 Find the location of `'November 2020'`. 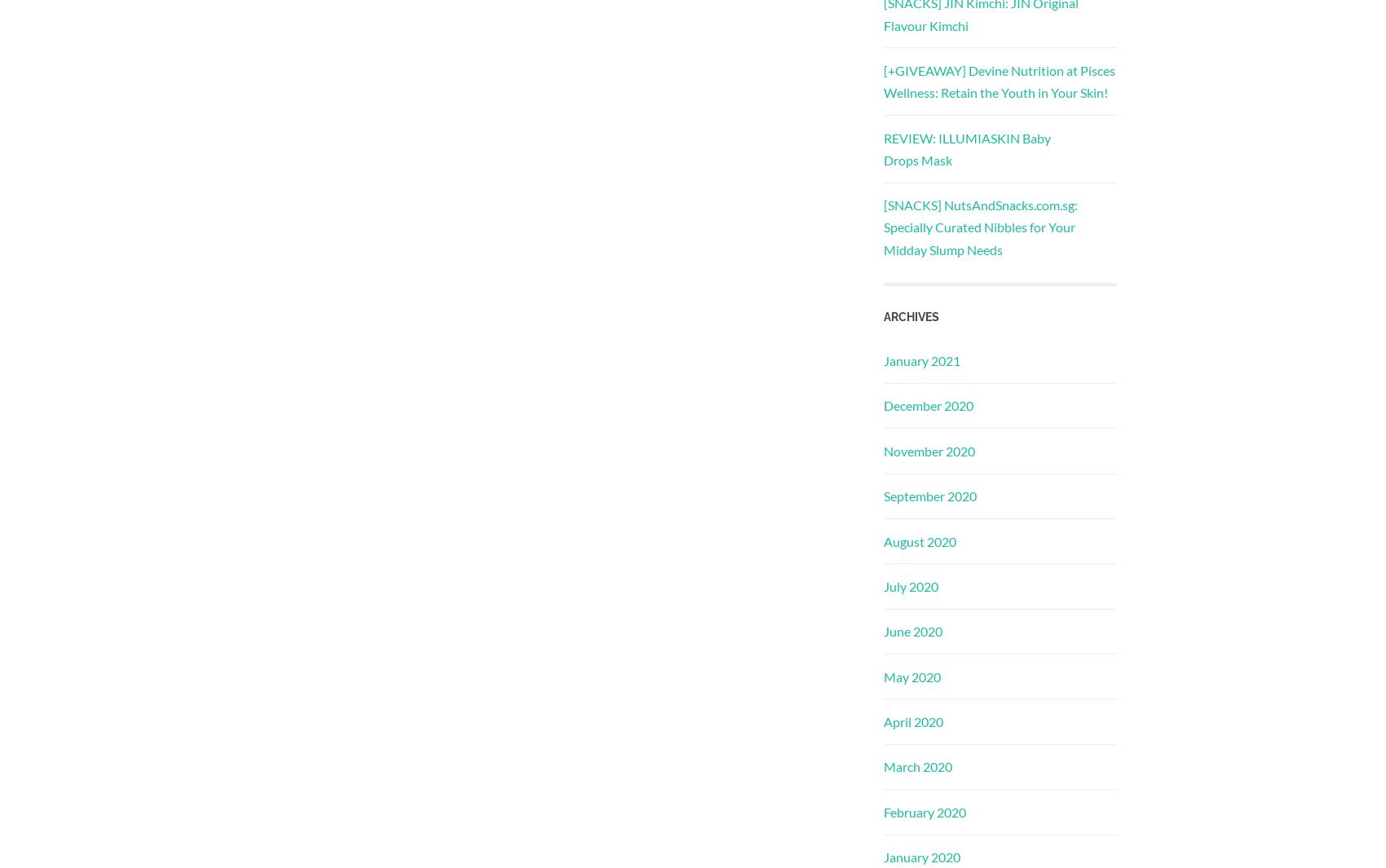

'November 2020' is located at coordinates (929, 450).